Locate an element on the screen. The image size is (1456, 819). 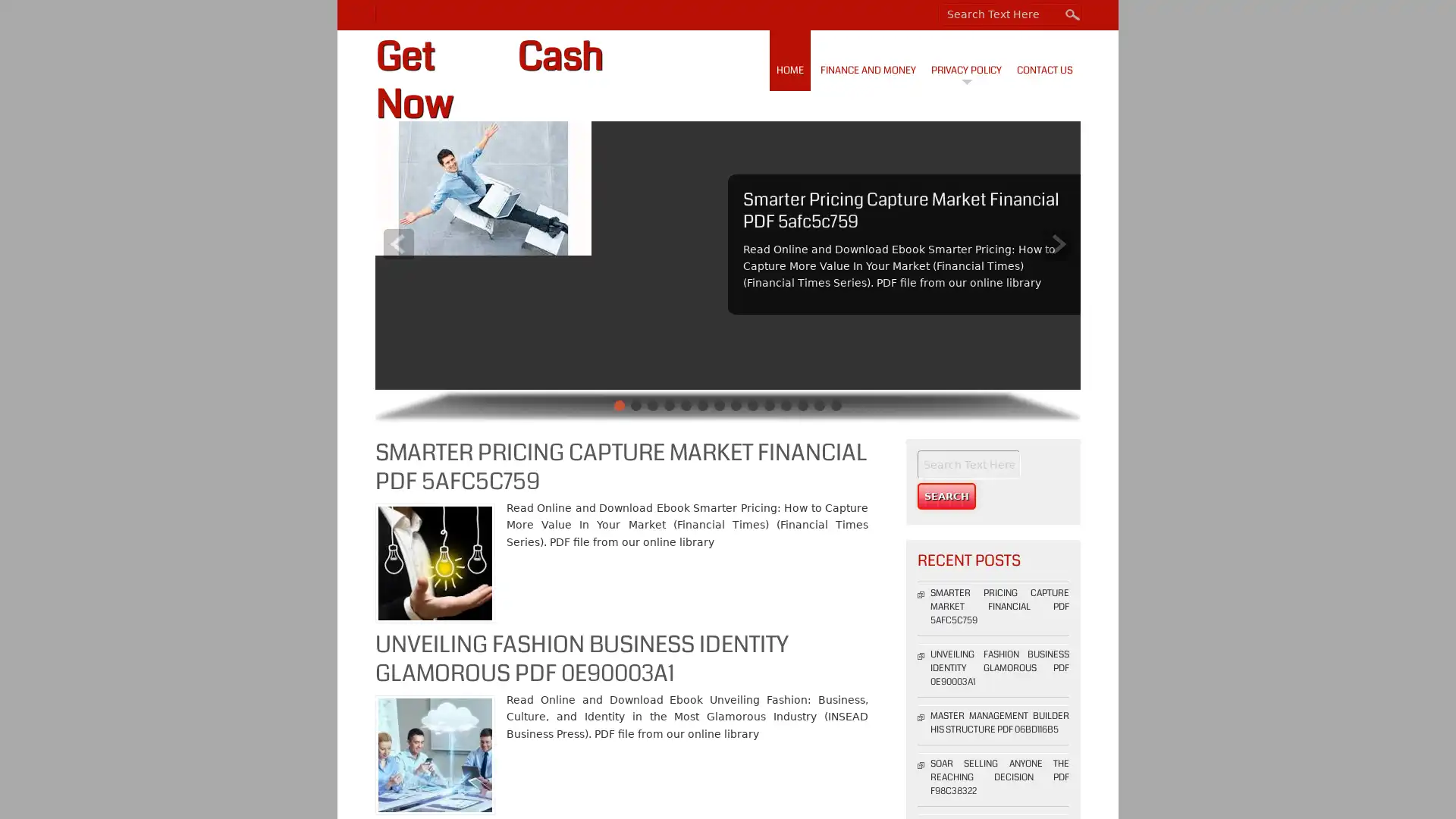
Search is located at coordinates (946, 496).